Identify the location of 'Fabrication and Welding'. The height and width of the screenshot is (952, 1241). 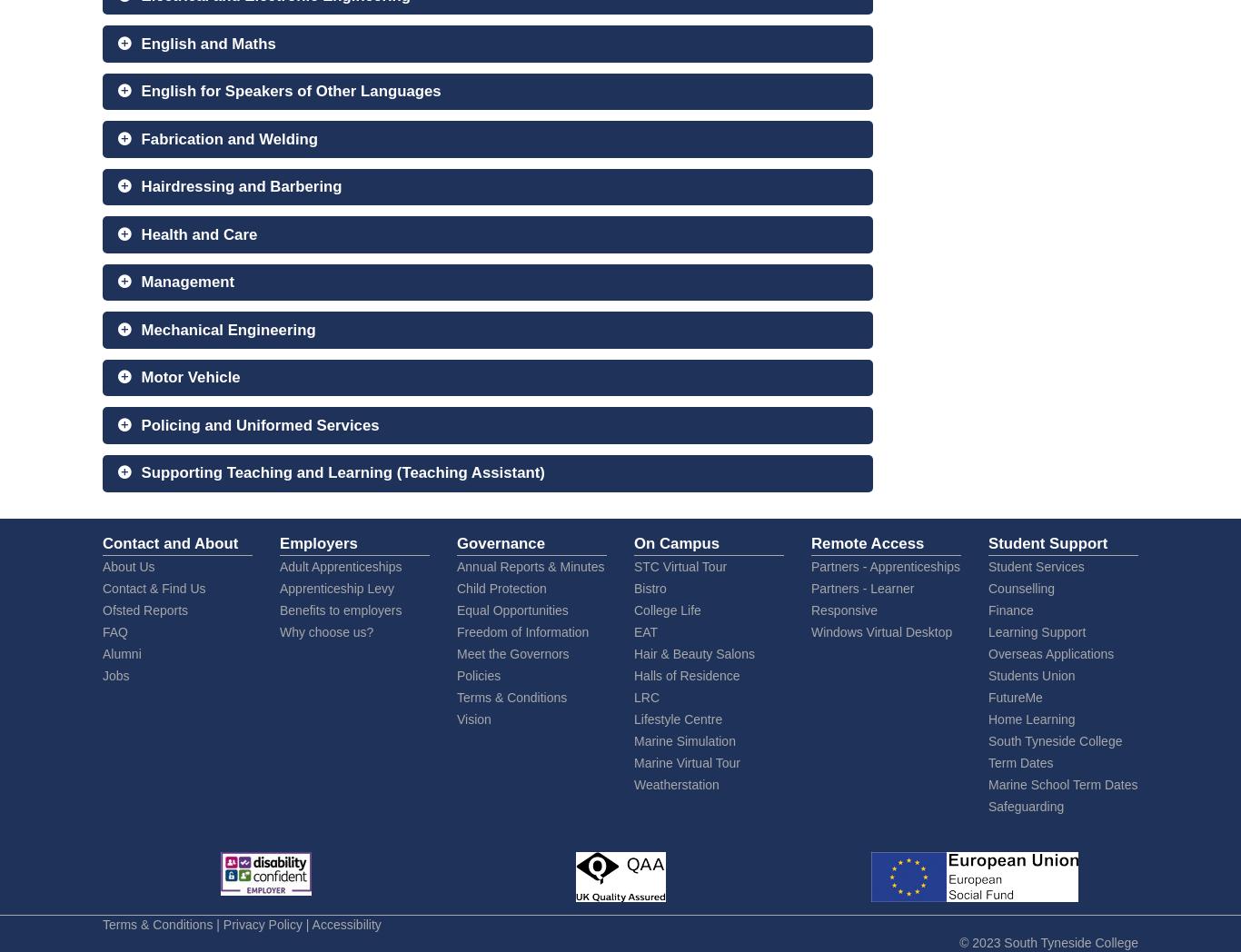
(229, 138).